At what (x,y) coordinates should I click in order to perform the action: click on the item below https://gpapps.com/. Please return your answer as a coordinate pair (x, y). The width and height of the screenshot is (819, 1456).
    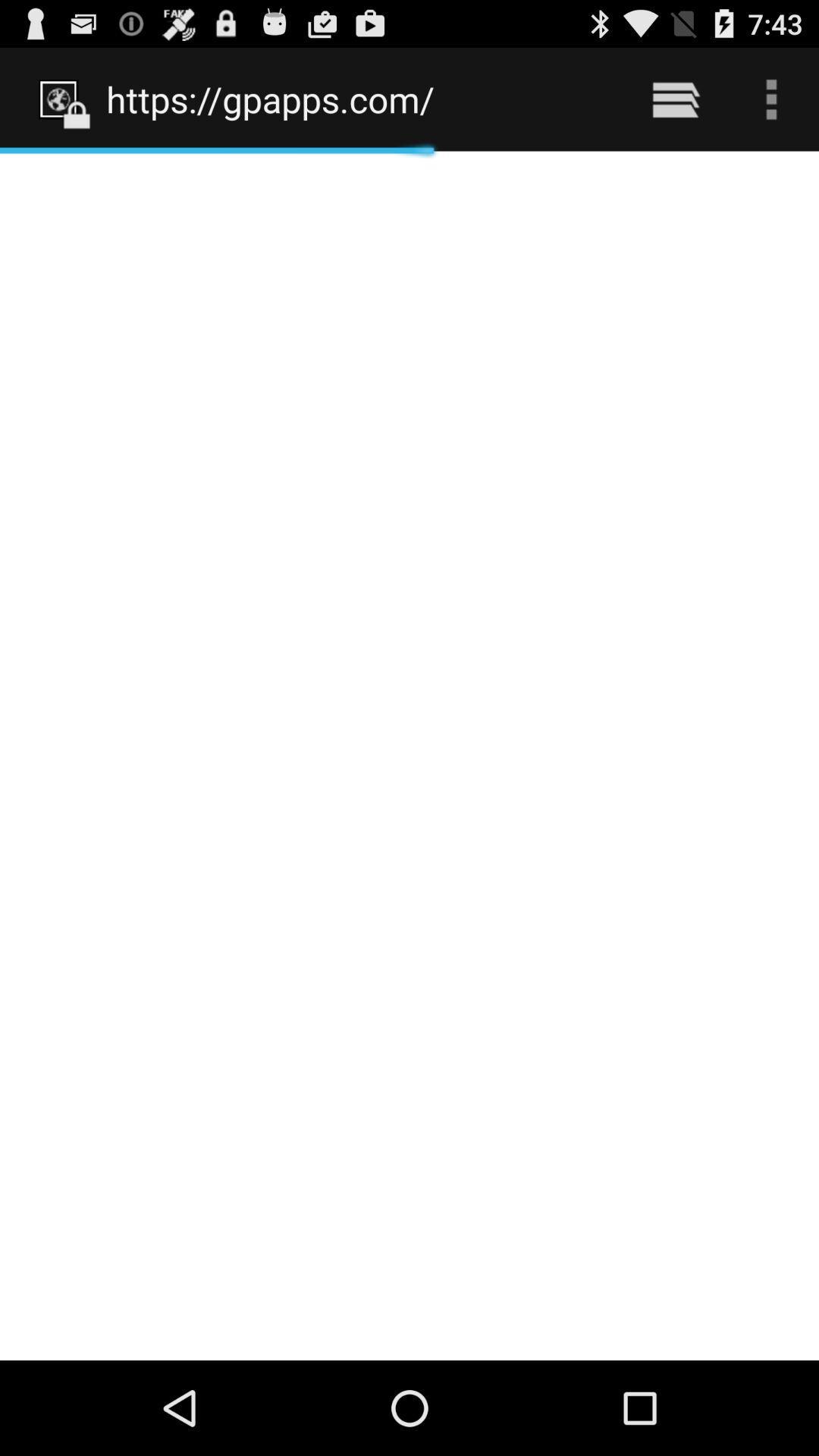
    Looking at the image, I should click on (409, 755).